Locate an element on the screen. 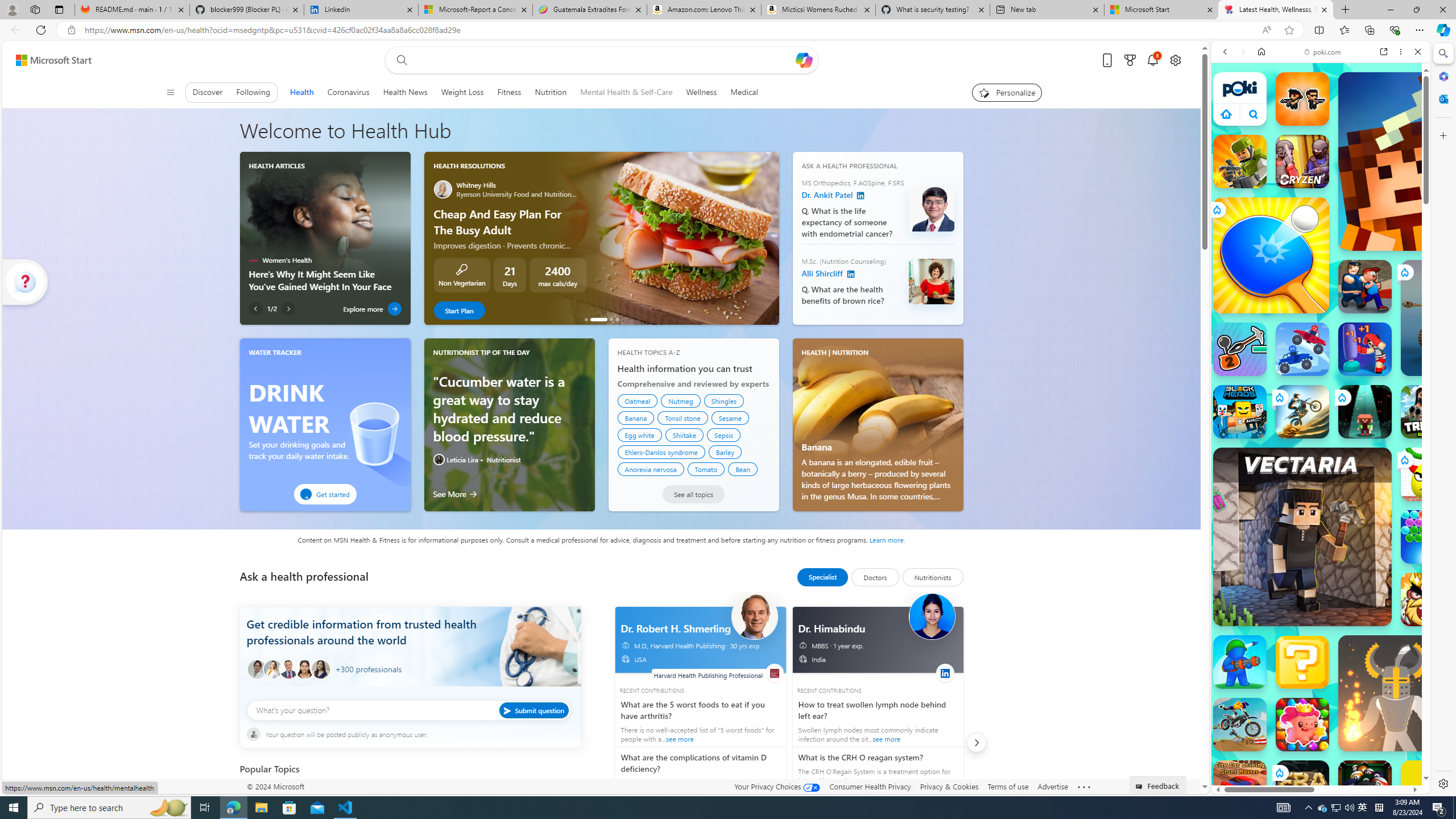 This screenshot has height=819, width=1456. 'Stunt Bike Extreme Stunt Bike Extreme' is located at coordinates (1301, 411).